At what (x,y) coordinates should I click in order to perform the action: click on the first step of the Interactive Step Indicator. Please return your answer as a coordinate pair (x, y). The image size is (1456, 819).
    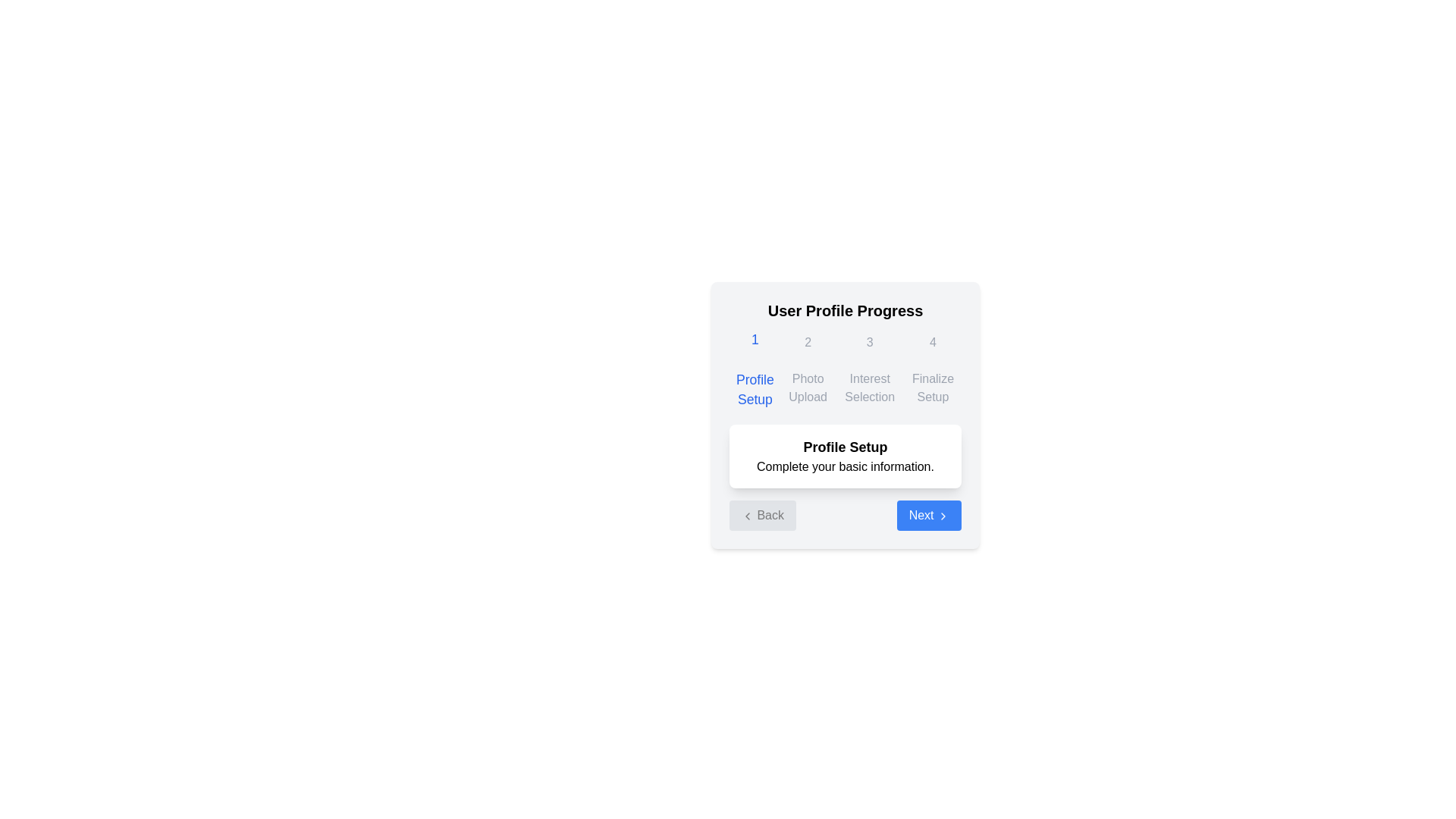
    Looking at the image, I should click on (755, 347).